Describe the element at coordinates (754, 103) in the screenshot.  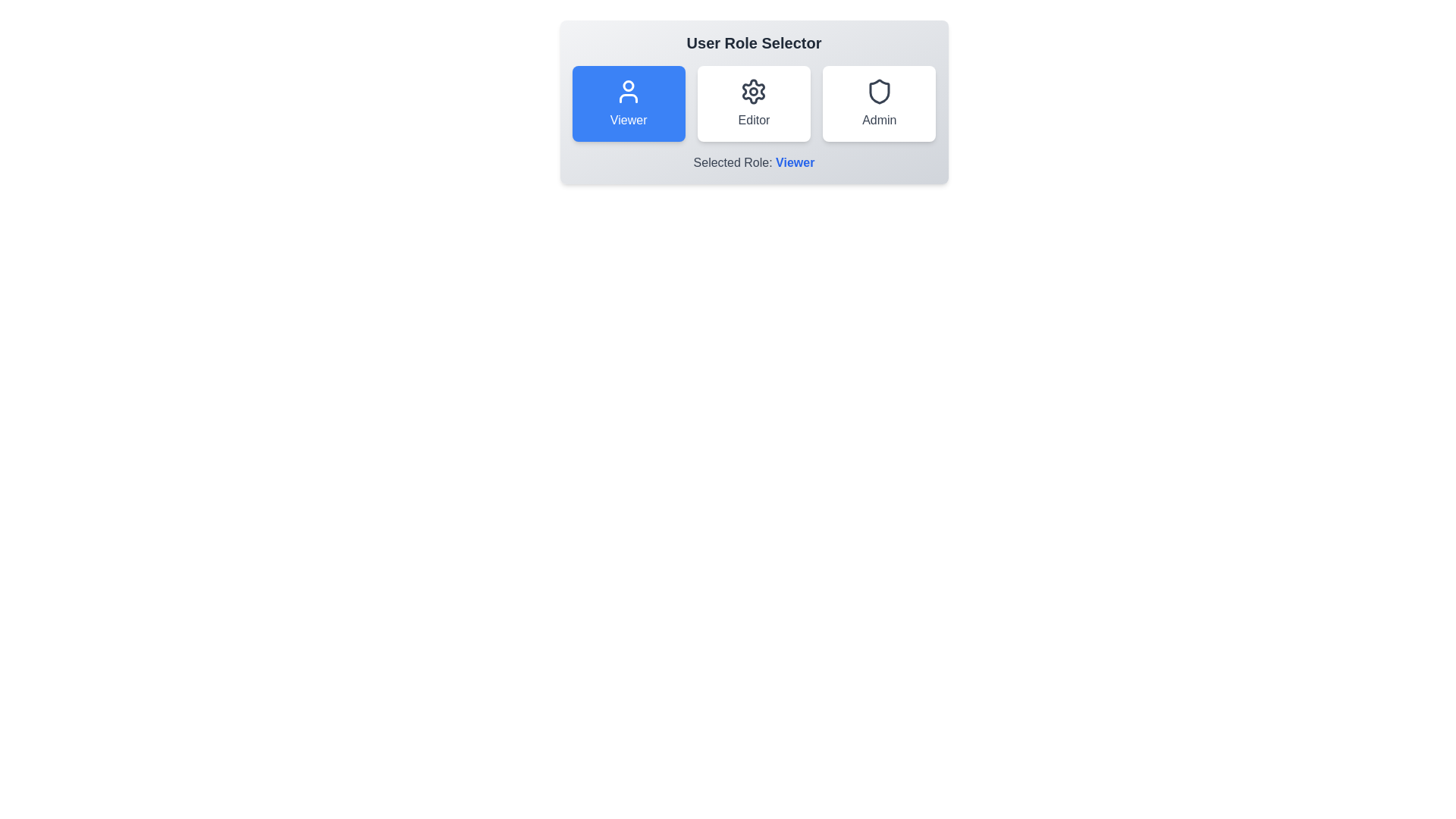
I see `the button labeled Editor to observe its hover effect` at that location.